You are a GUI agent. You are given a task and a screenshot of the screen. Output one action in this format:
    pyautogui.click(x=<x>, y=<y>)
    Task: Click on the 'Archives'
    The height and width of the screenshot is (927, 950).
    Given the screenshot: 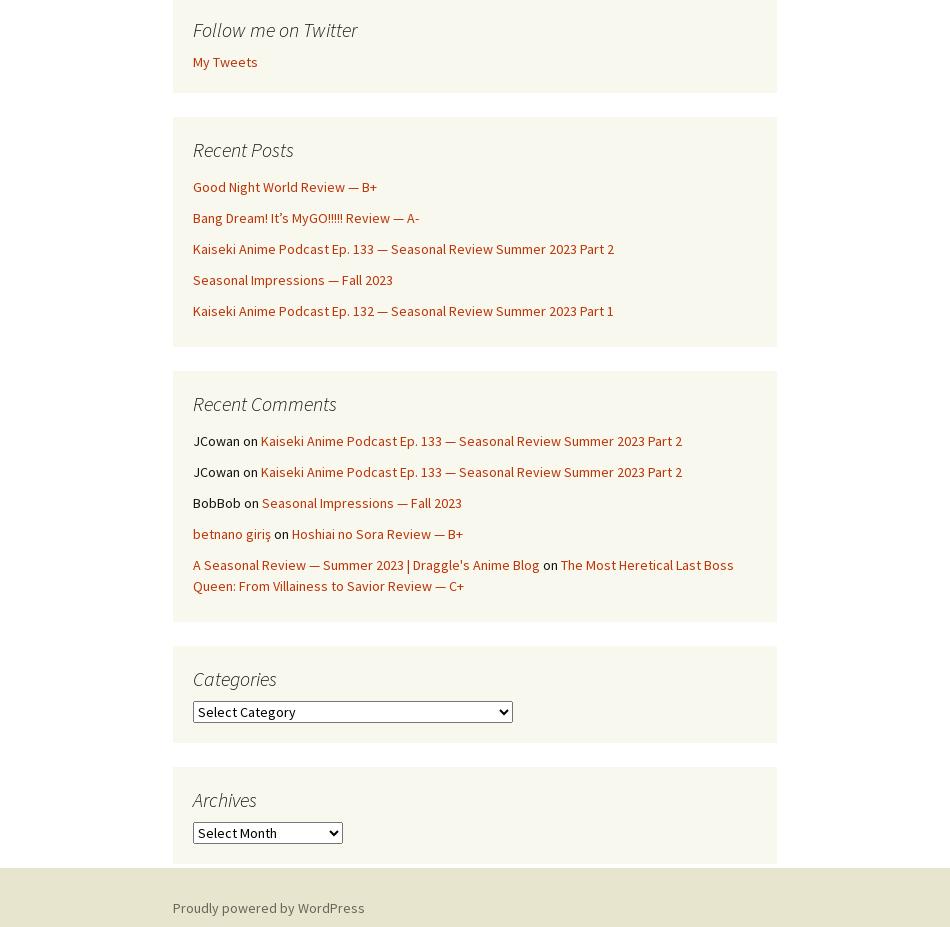 What is the action you would take?
    pyautogui.click(x=224, y=799)
    